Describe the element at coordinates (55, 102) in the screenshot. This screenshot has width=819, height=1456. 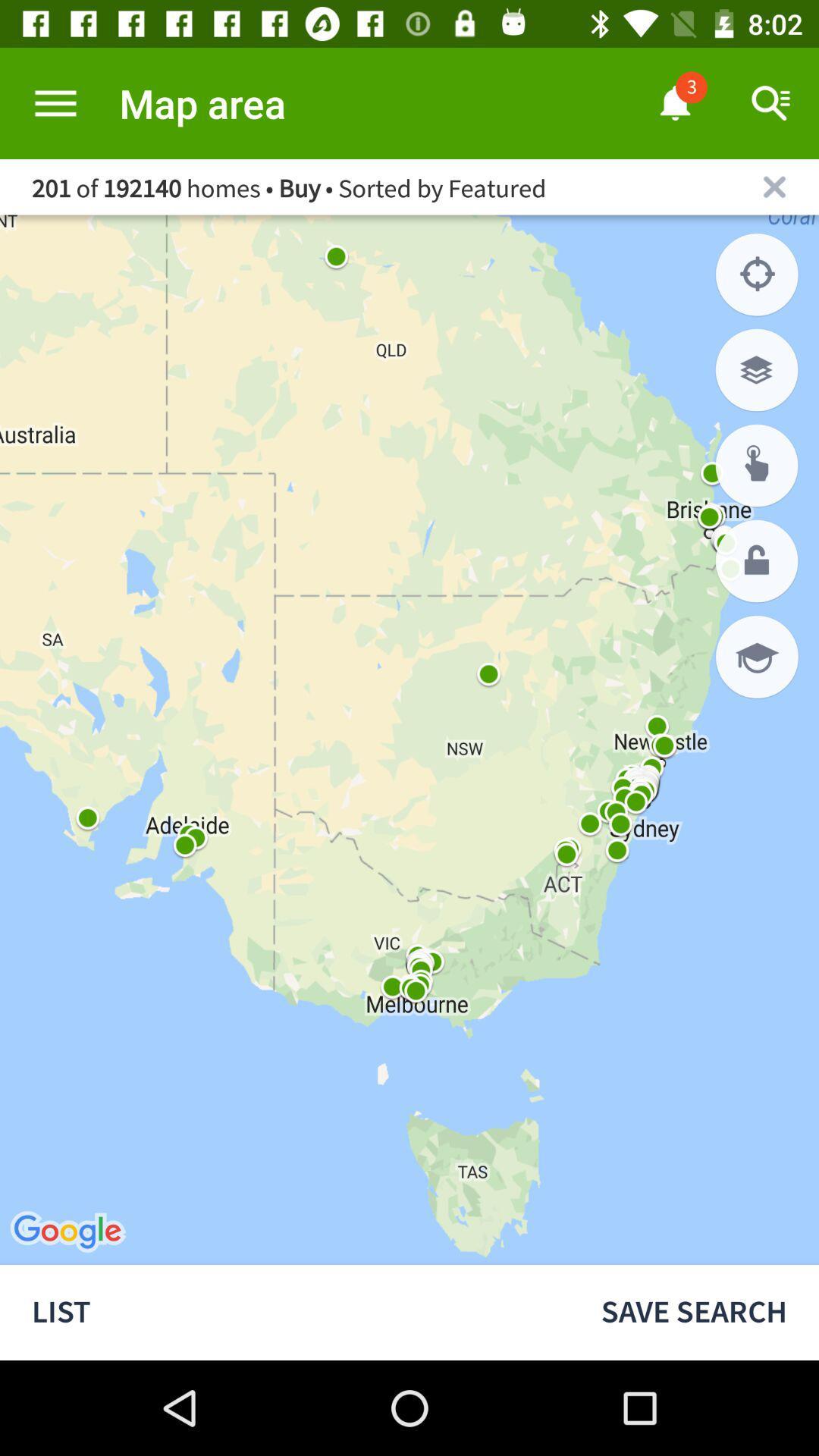
I see `side menu option` at that location.